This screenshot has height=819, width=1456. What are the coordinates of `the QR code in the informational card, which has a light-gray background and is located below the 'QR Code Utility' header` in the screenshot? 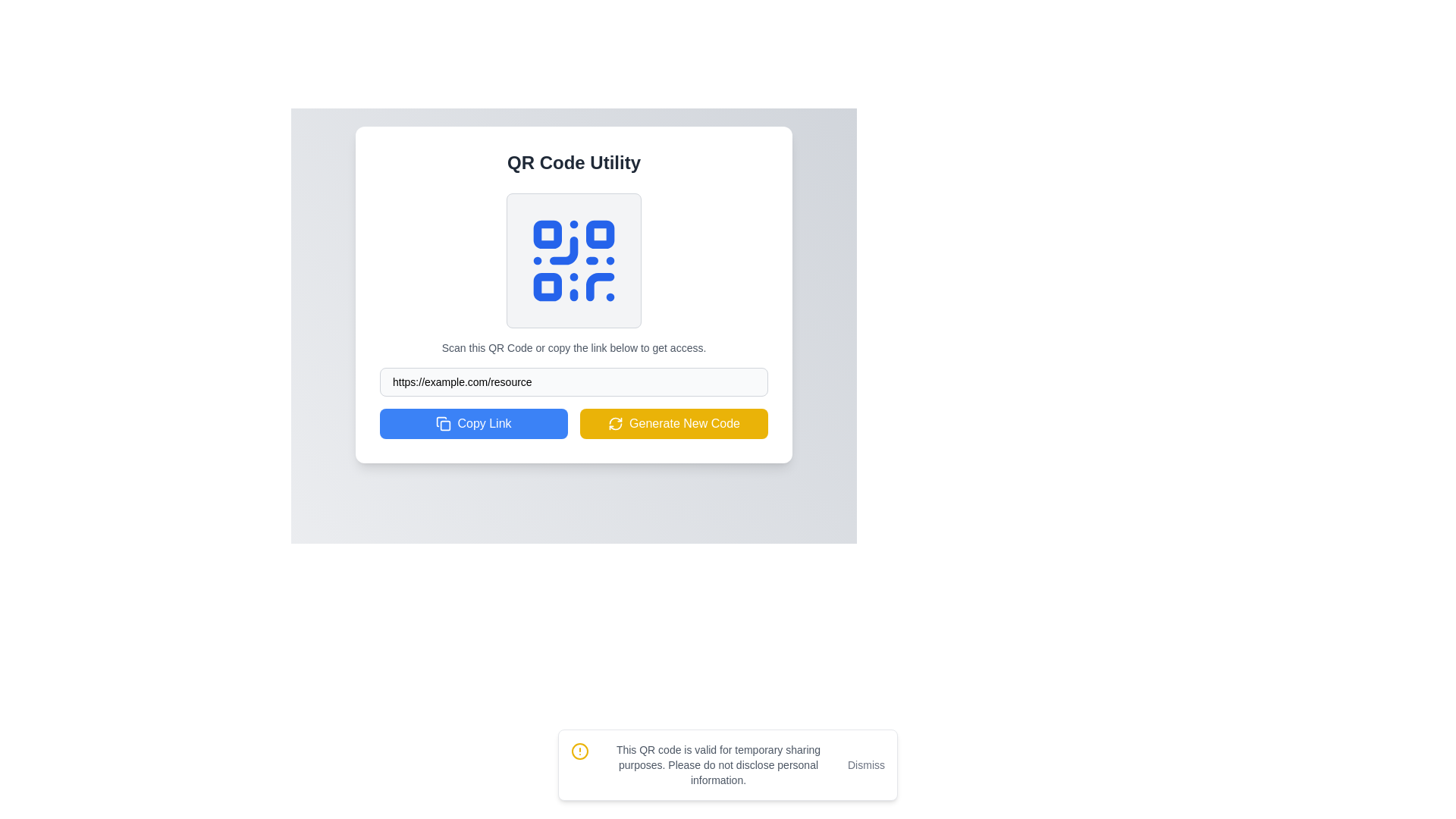 It's located at (573, 275).